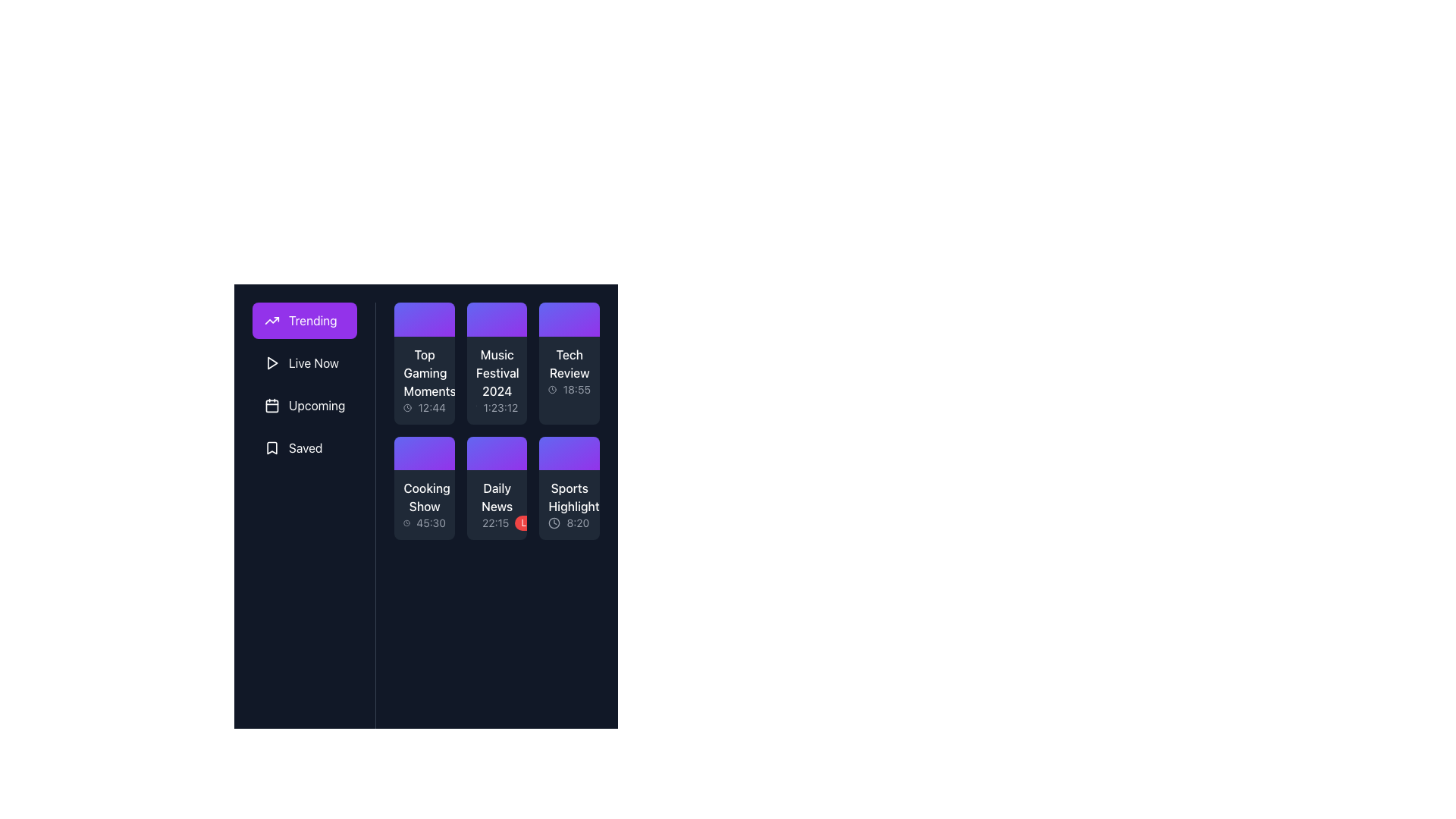  What do you see at coordinates (272, 362) in the screenshot?
I see `the triangular play icon located in the 'Live Now' menu item within the left sidebar below the 'Trending' button` at bounding box center [272, 362].